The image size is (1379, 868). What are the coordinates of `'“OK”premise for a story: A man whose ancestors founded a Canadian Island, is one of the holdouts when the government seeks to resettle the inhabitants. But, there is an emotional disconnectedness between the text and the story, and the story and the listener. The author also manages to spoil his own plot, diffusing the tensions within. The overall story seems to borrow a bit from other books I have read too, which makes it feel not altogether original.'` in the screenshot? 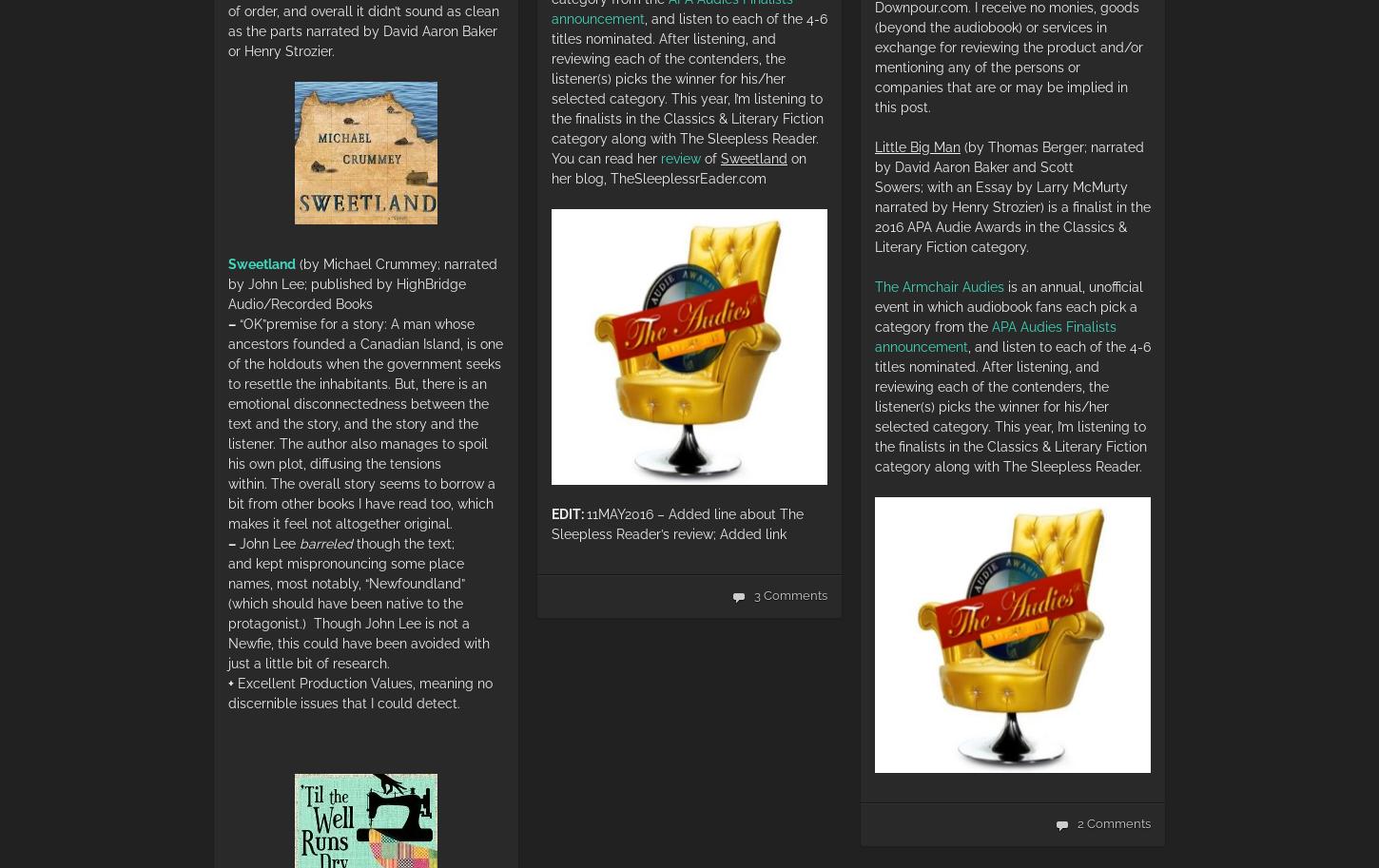 It's located at (226, 422).